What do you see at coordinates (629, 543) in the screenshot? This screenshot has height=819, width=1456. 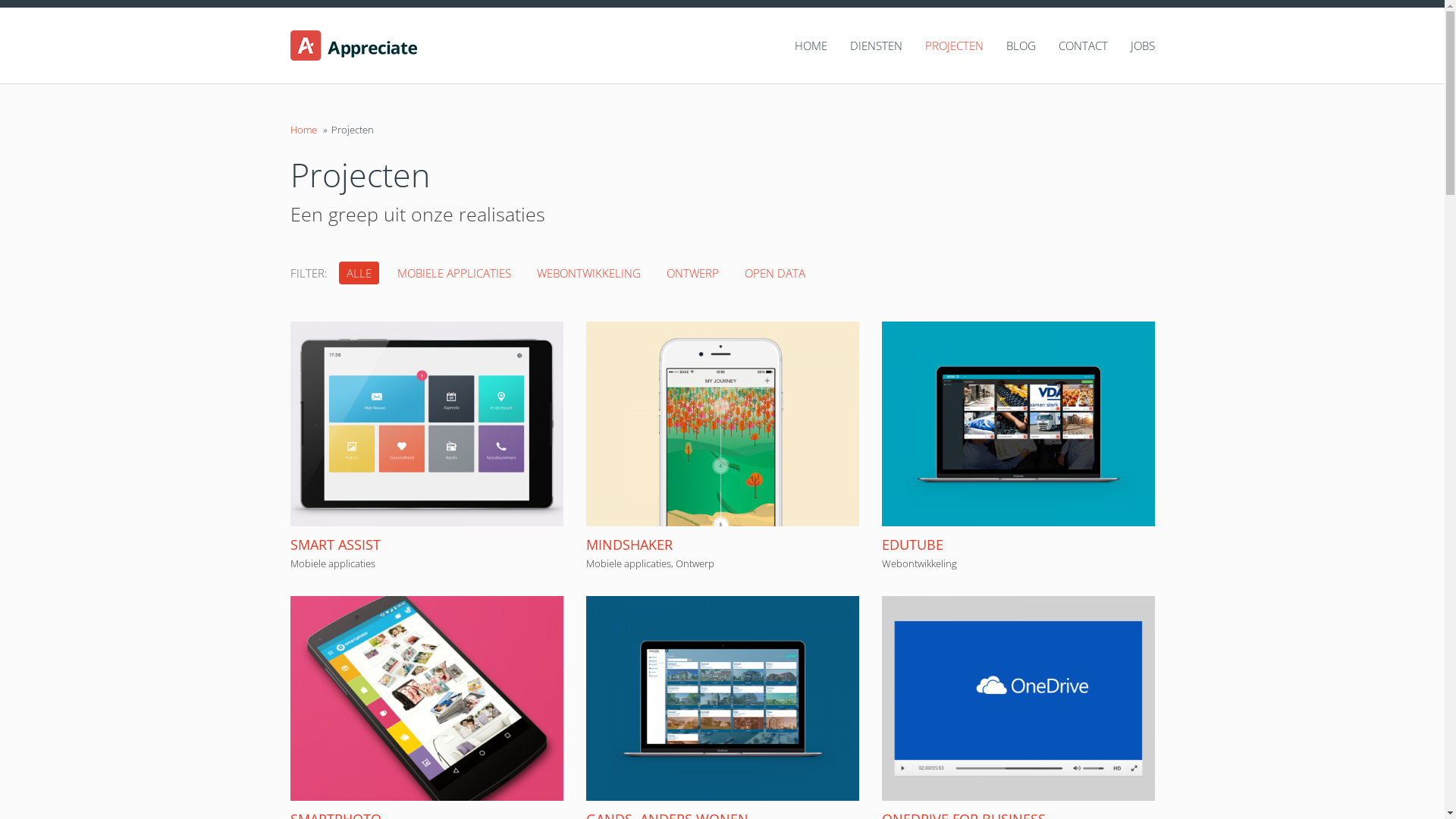 I see `'MINDSHAKER'` at bounding box center [629, 543].